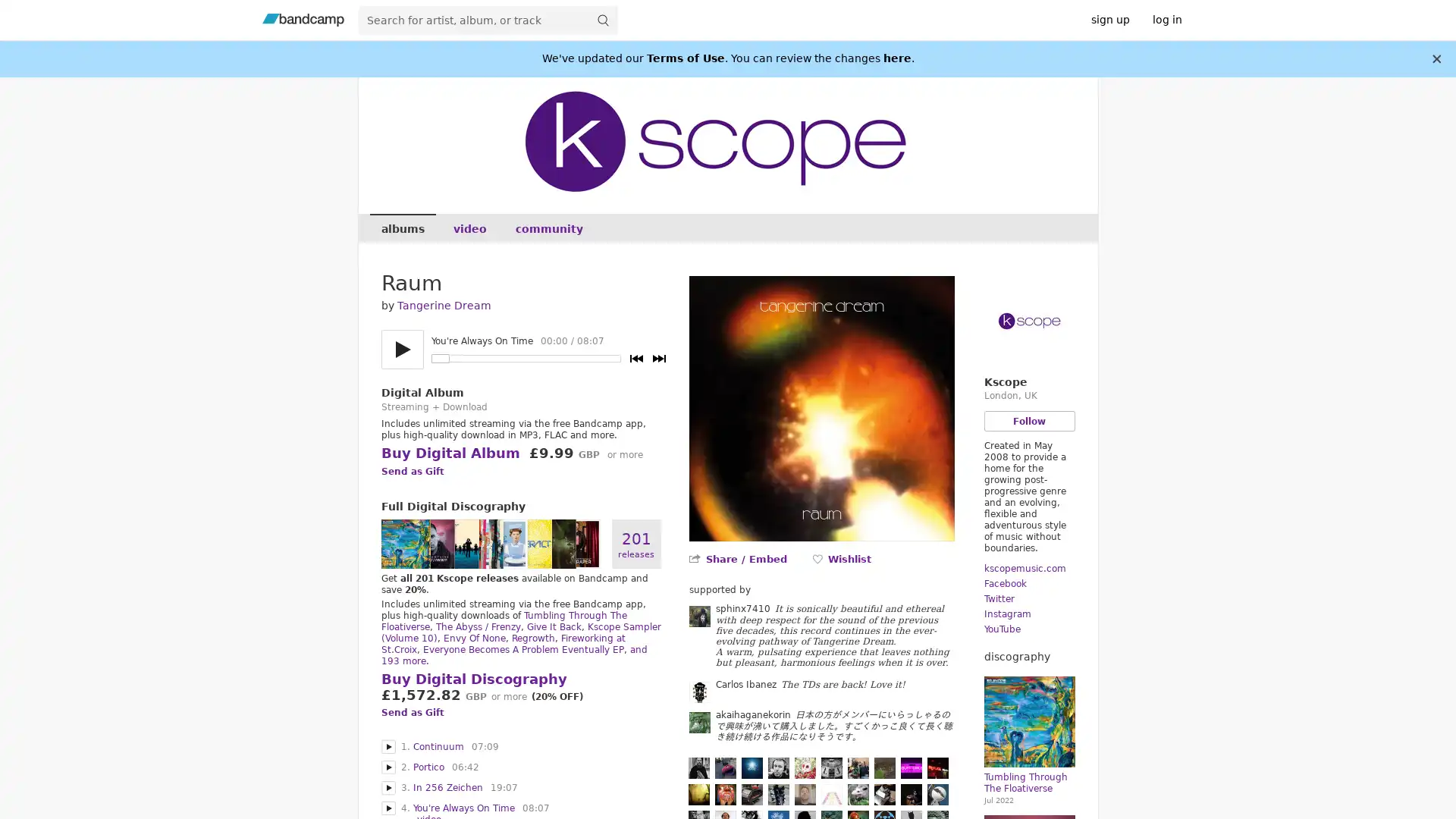 The width and height of the screenshot is (1456, 819). What do you see at coordinates (472, 677) in the screenshot?
I see `Buy Digital Discography` at bounding box center [472, 677].